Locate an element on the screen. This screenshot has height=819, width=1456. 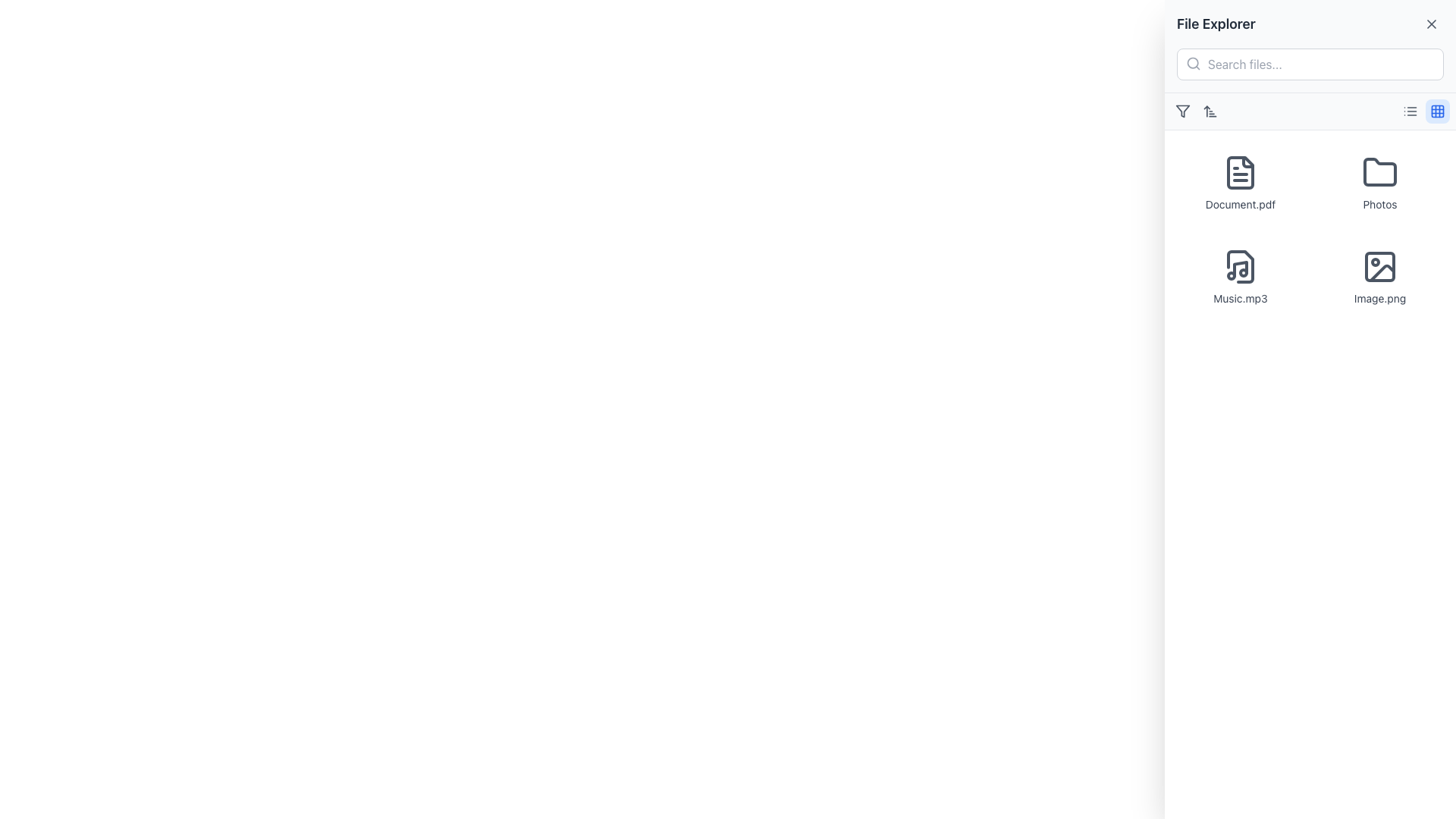
the 'Photos' label text element, which is styled with a small font size and gray color, located beneath a folder icon in the File Explorer's grid layout is located at coordinates (1379, 205).